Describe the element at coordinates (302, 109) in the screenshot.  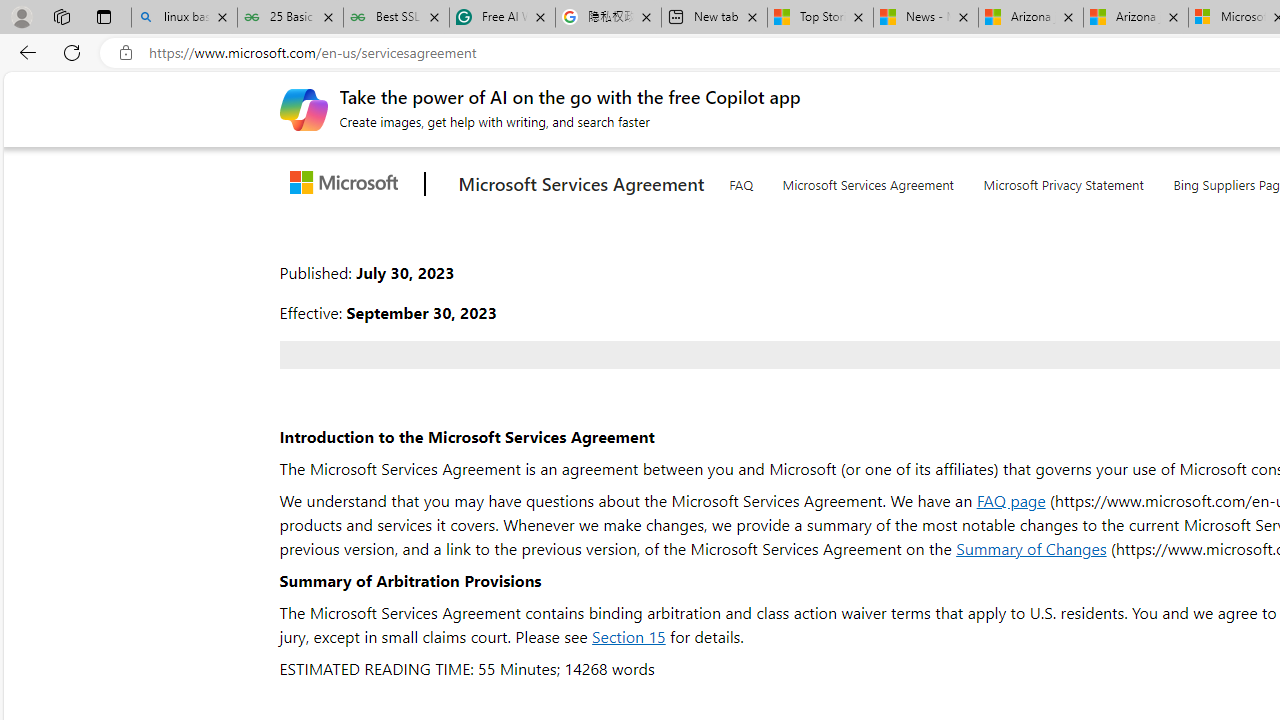
I see `'Create images, get help with writing, and search faster'` at that location.